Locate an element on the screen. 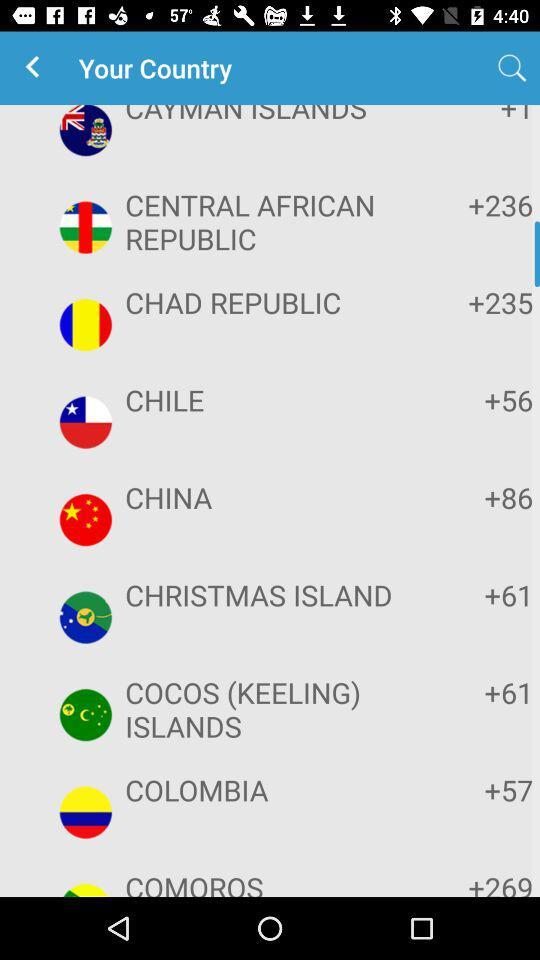  the cocos (keeling) islands is located at coordinates (267, 709).